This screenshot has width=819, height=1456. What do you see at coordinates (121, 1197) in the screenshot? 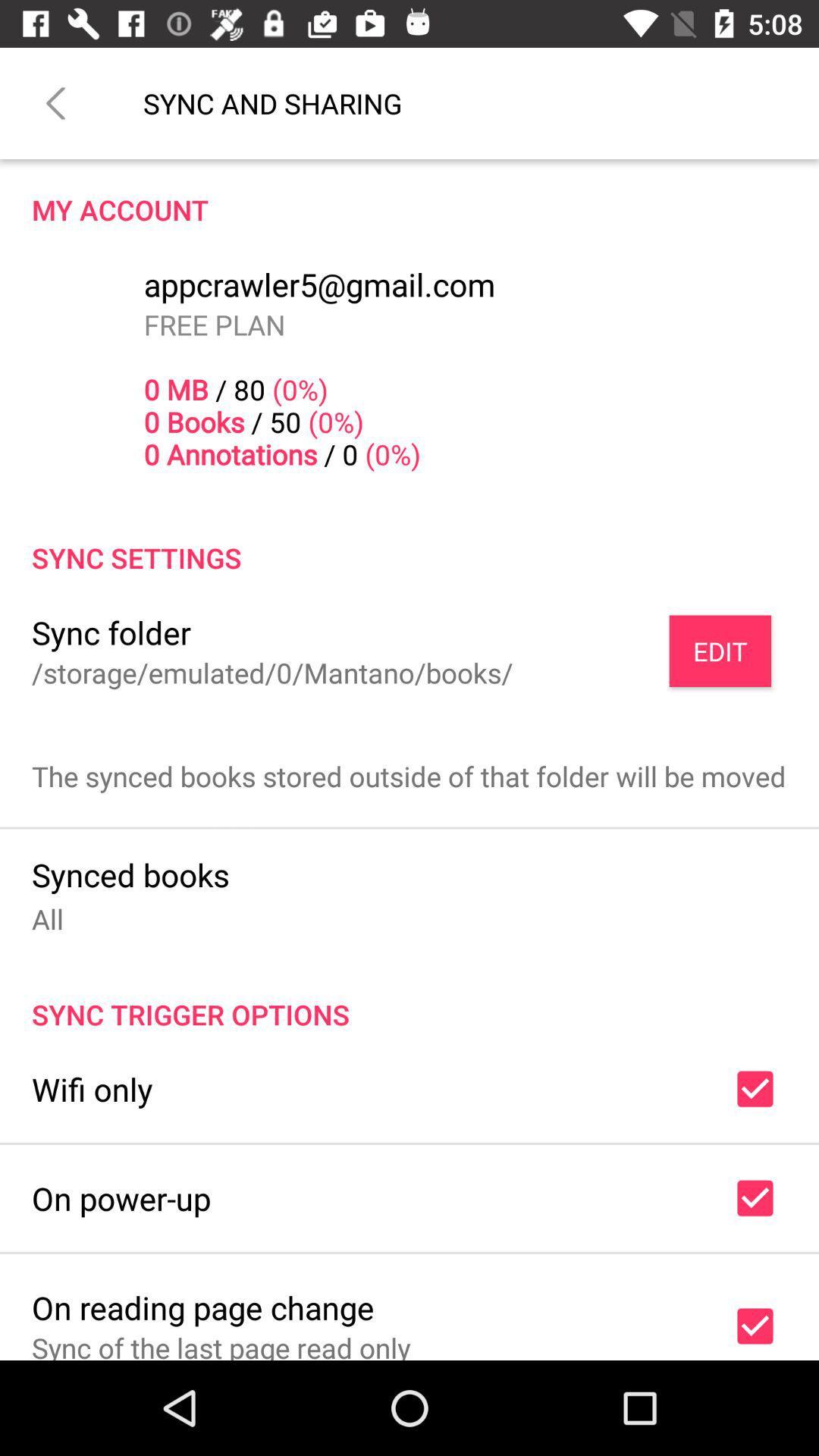
I see `the icon above the on reading page item` at bounding box center [121, 1197].